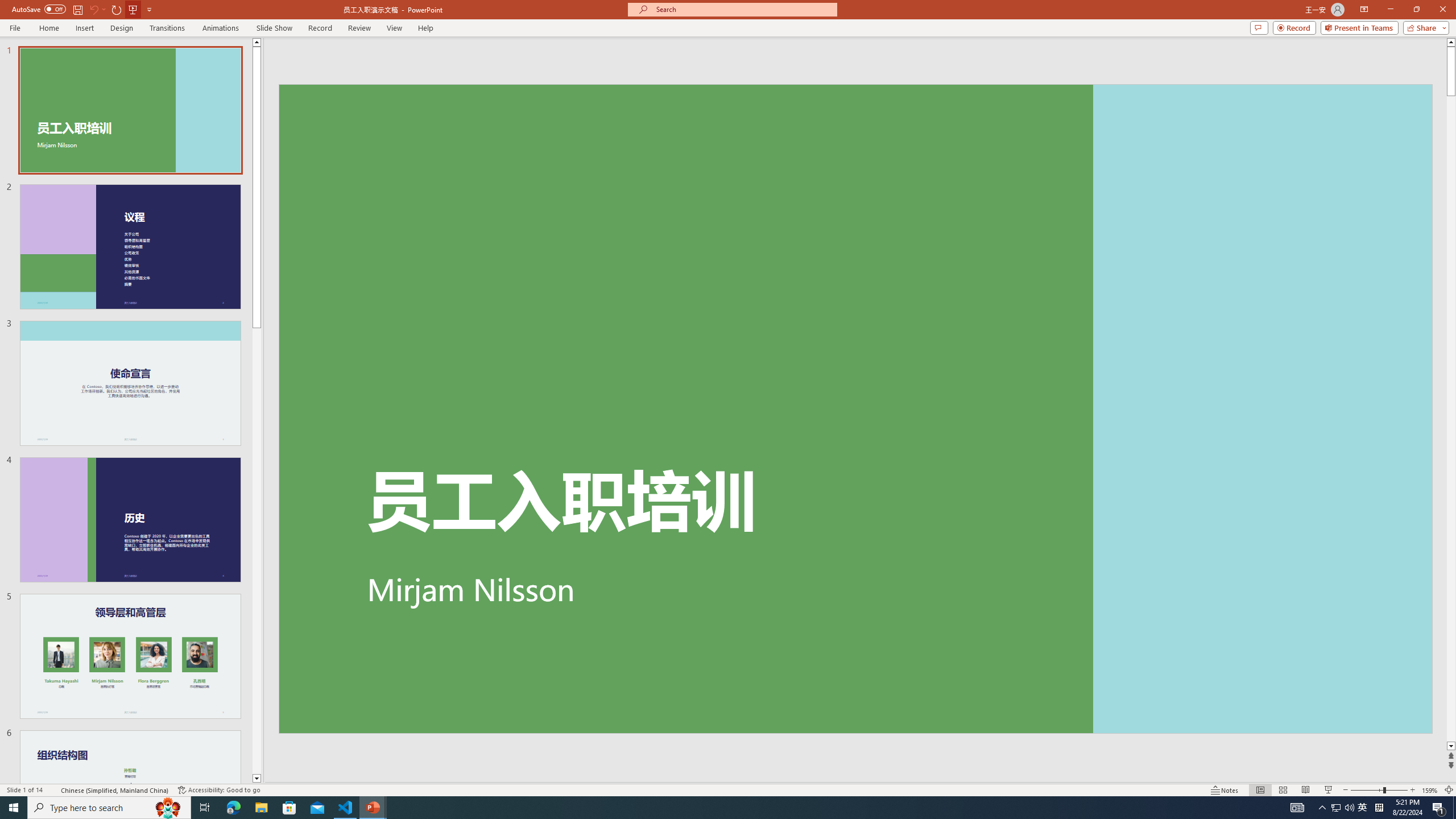 The image size is (1456, 819). Describe the element at coordinates (53, 790) in the screenshot. I see `'Spell Check '` at that location.